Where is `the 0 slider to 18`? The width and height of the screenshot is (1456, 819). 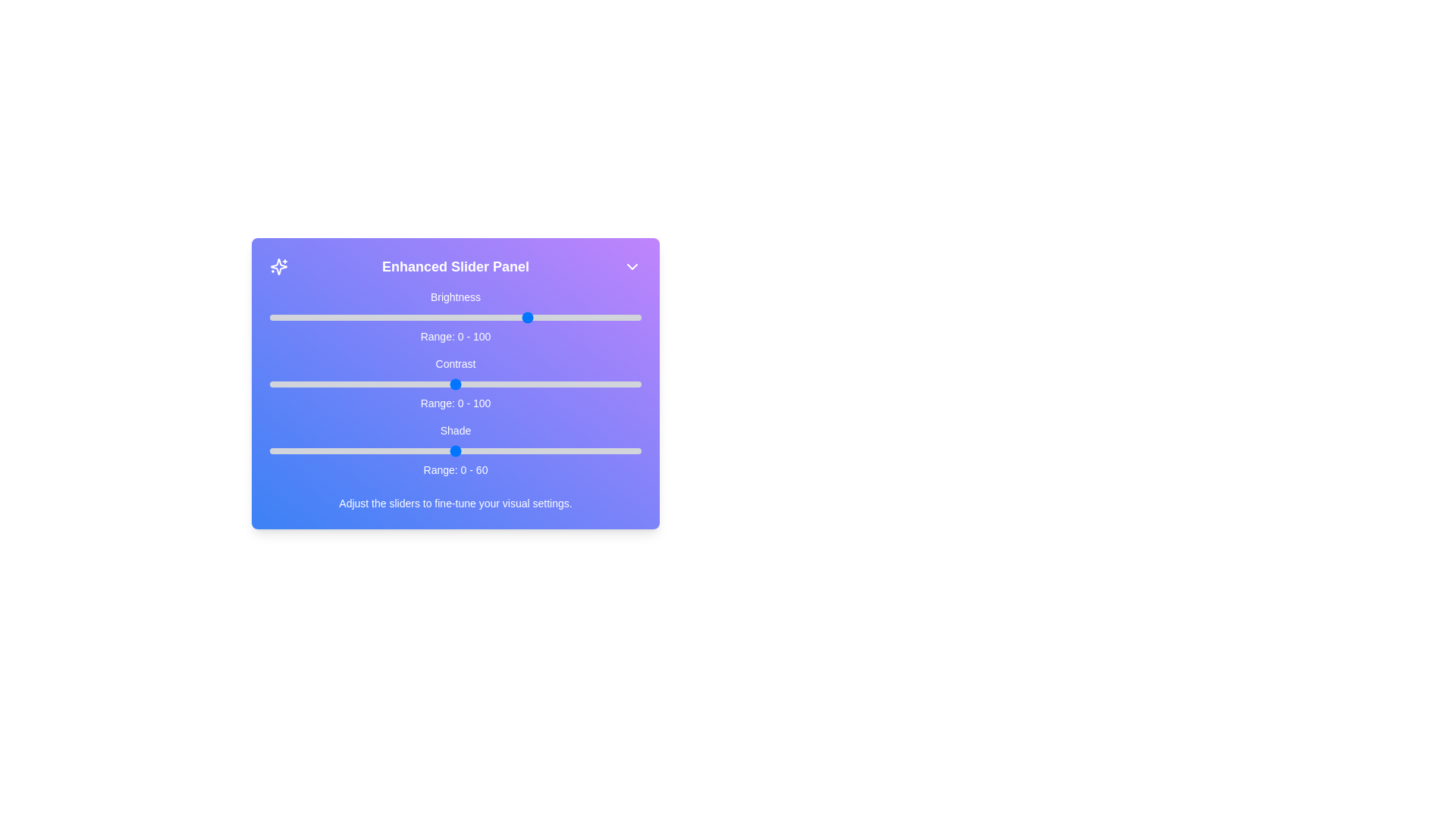 the 0 slider to 18 is located at coordinates (336, 317).